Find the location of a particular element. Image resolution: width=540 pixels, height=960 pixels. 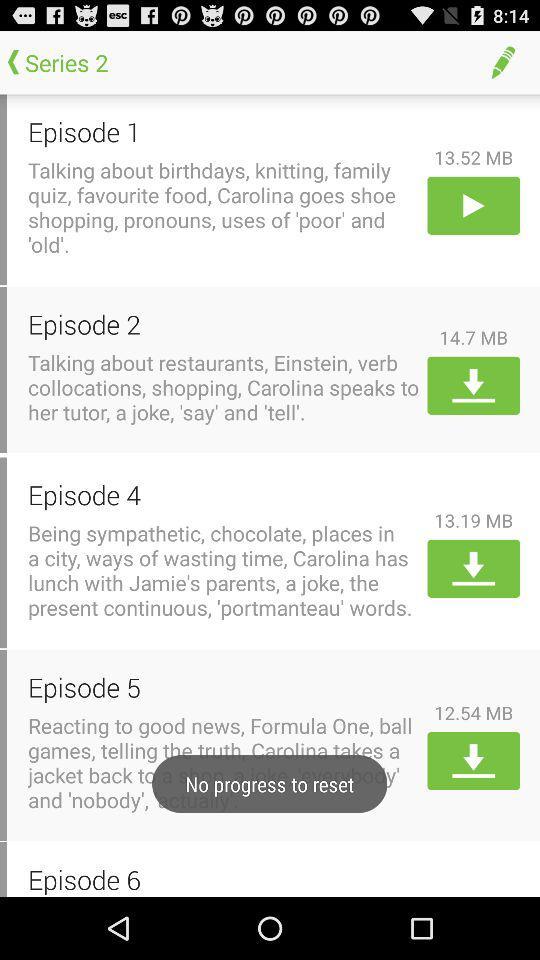

content is located at coordinates (472, 205).